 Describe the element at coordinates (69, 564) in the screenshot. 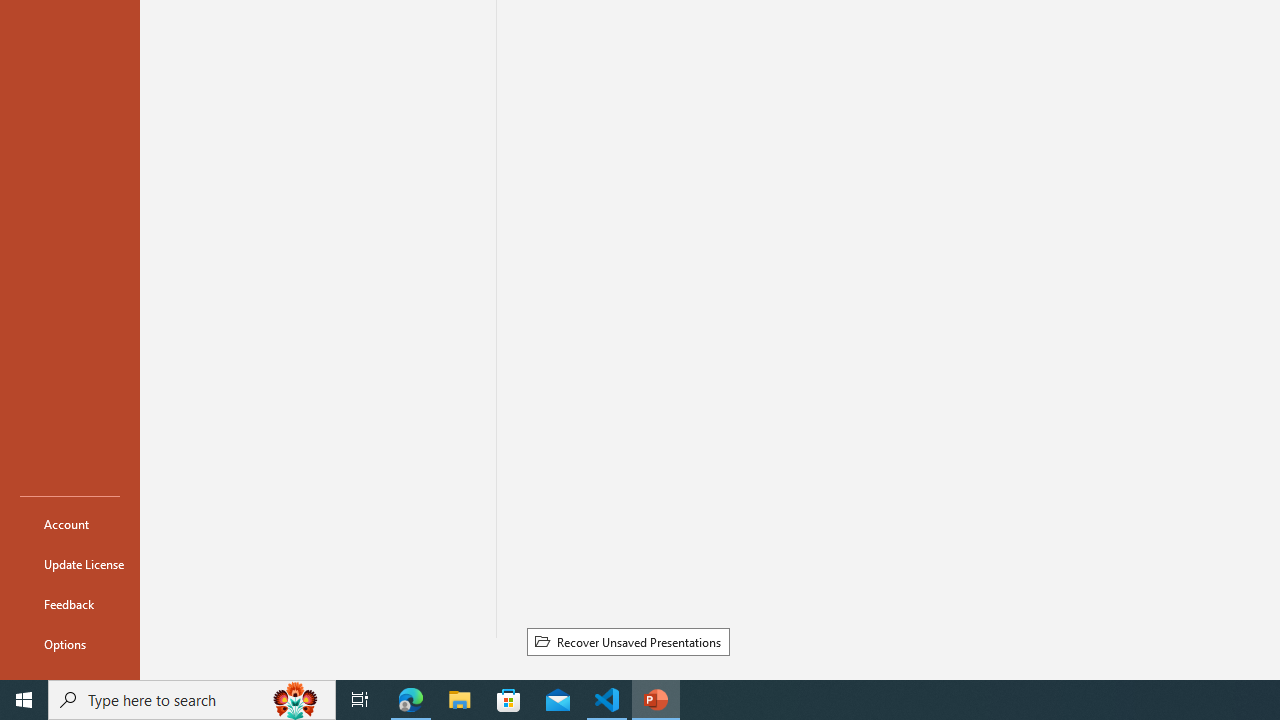

I see `'Update License'` at that location.